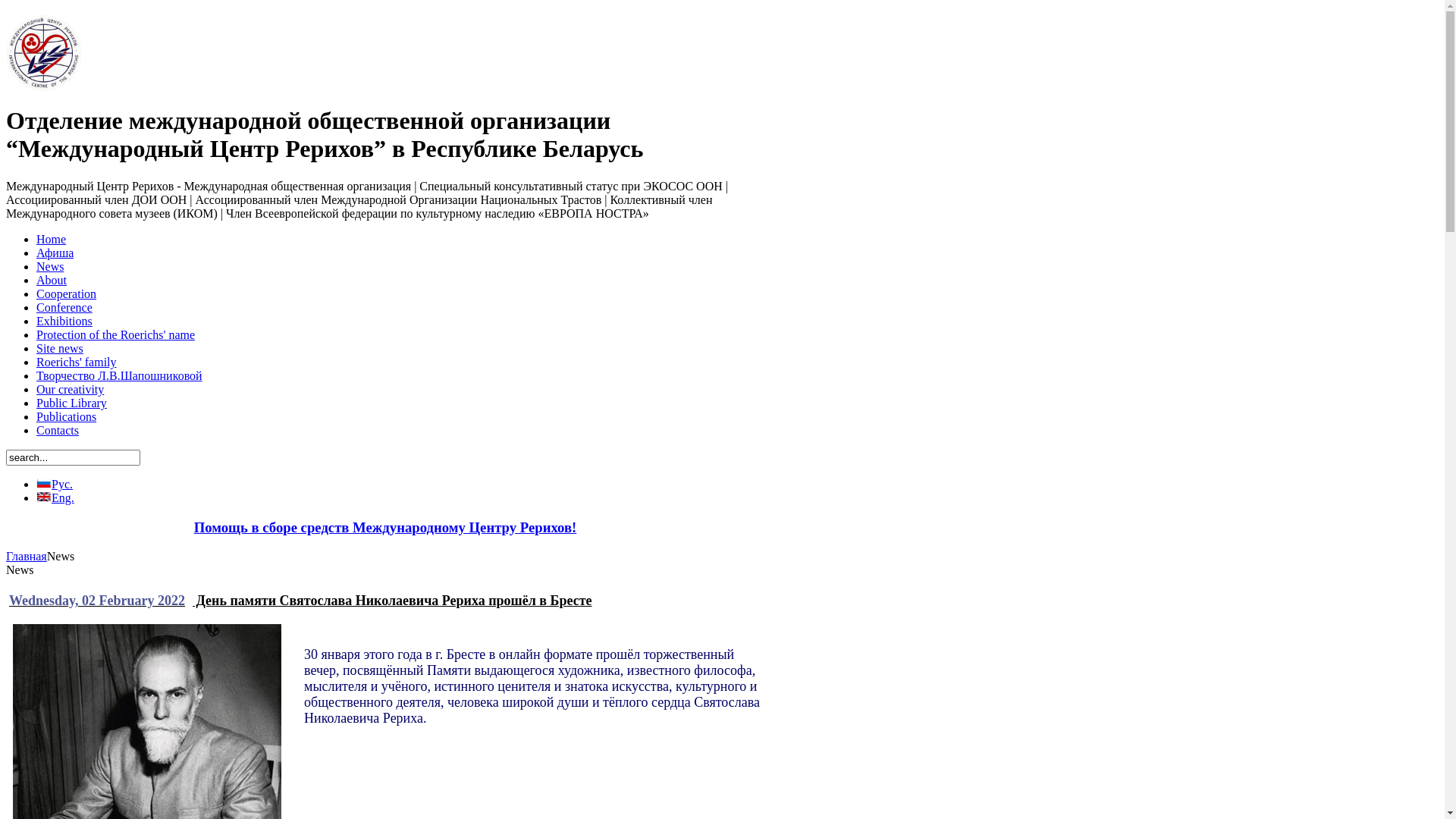 The image size is (1456, 819). Describe the element at coordinates (43, 497) in the screenshot. I see `'Eng.'` at that location.